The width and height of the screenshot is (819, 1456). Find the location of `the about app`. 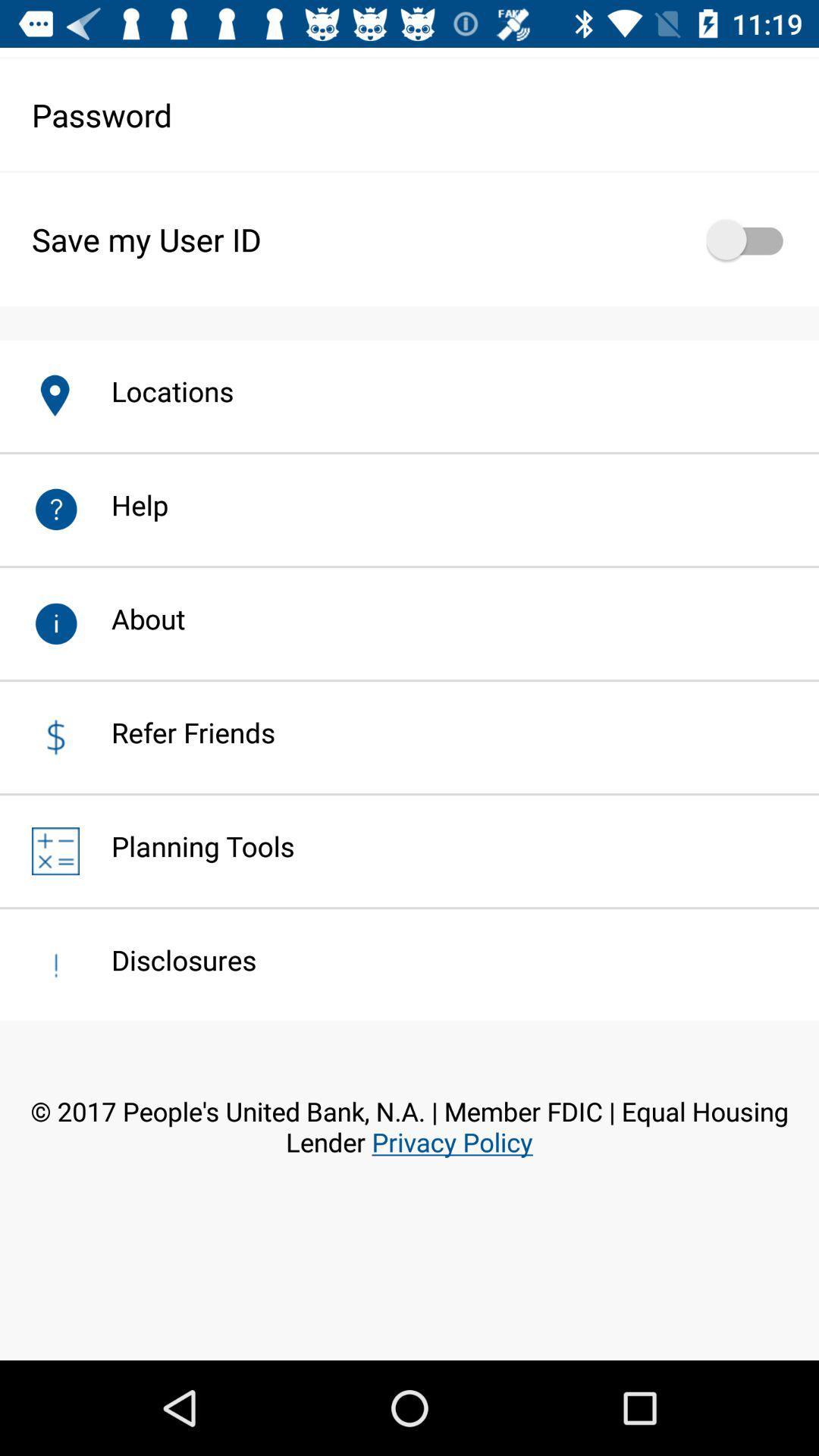

the about app is located at coordinates (131, 619).